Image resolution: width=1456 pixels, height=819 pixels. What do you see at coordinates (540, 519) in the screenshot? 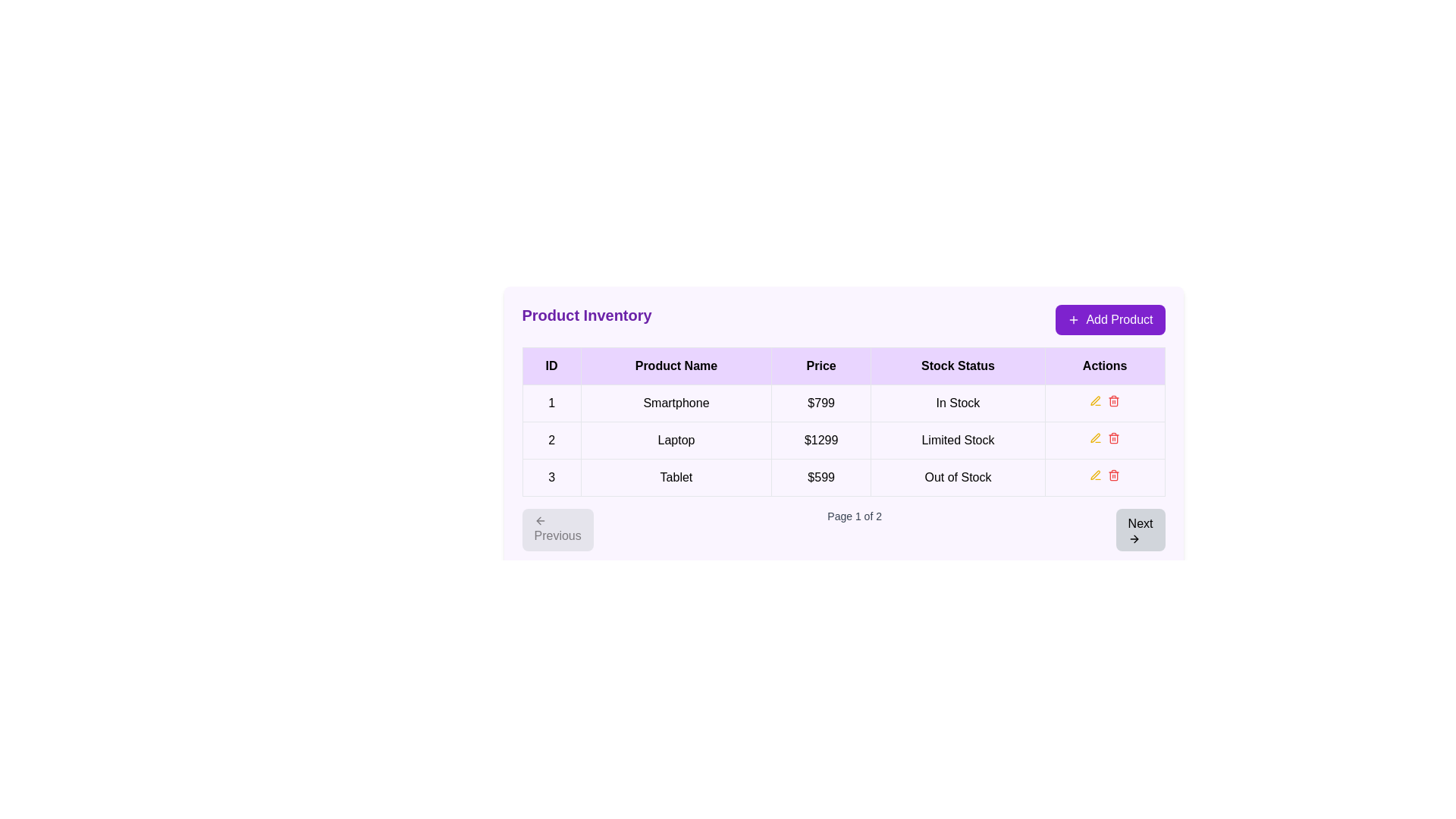
I see `the leftward-pointing arrow icon within the 'Previous' button located in the bottom-left corner of the interface, just below the product inventory table` at bounding box center [540, 519].